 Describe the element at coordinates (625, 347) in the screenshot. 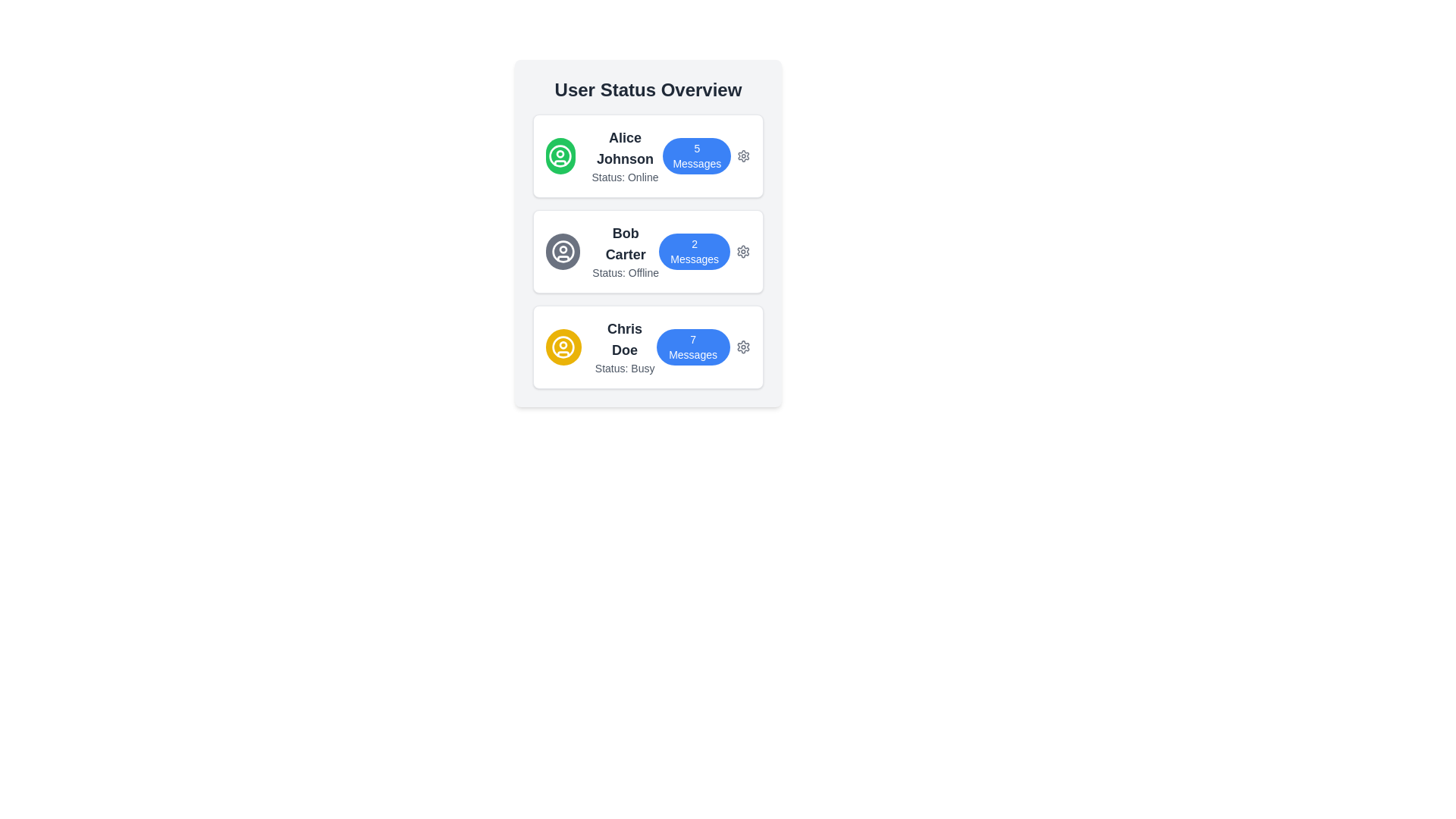

I see `the text label displaying 'Chris Doe' and 'Status: Busy' in the 'User Status Overview' section, located between a yellow icon and a blue button labeled '7 Messages'` at that location.